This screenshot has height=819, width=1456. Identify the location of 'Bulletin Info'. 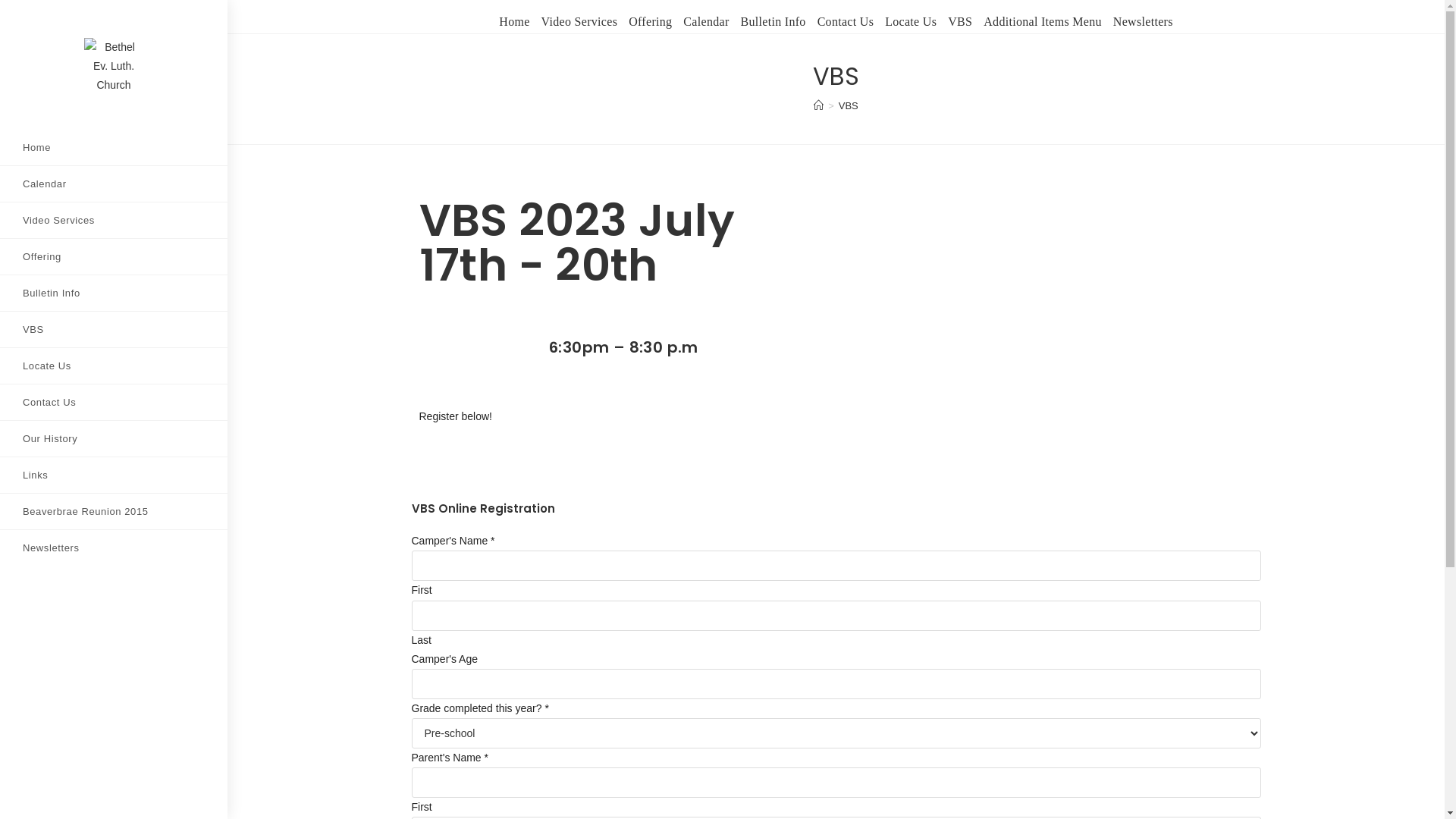
(773, 22).